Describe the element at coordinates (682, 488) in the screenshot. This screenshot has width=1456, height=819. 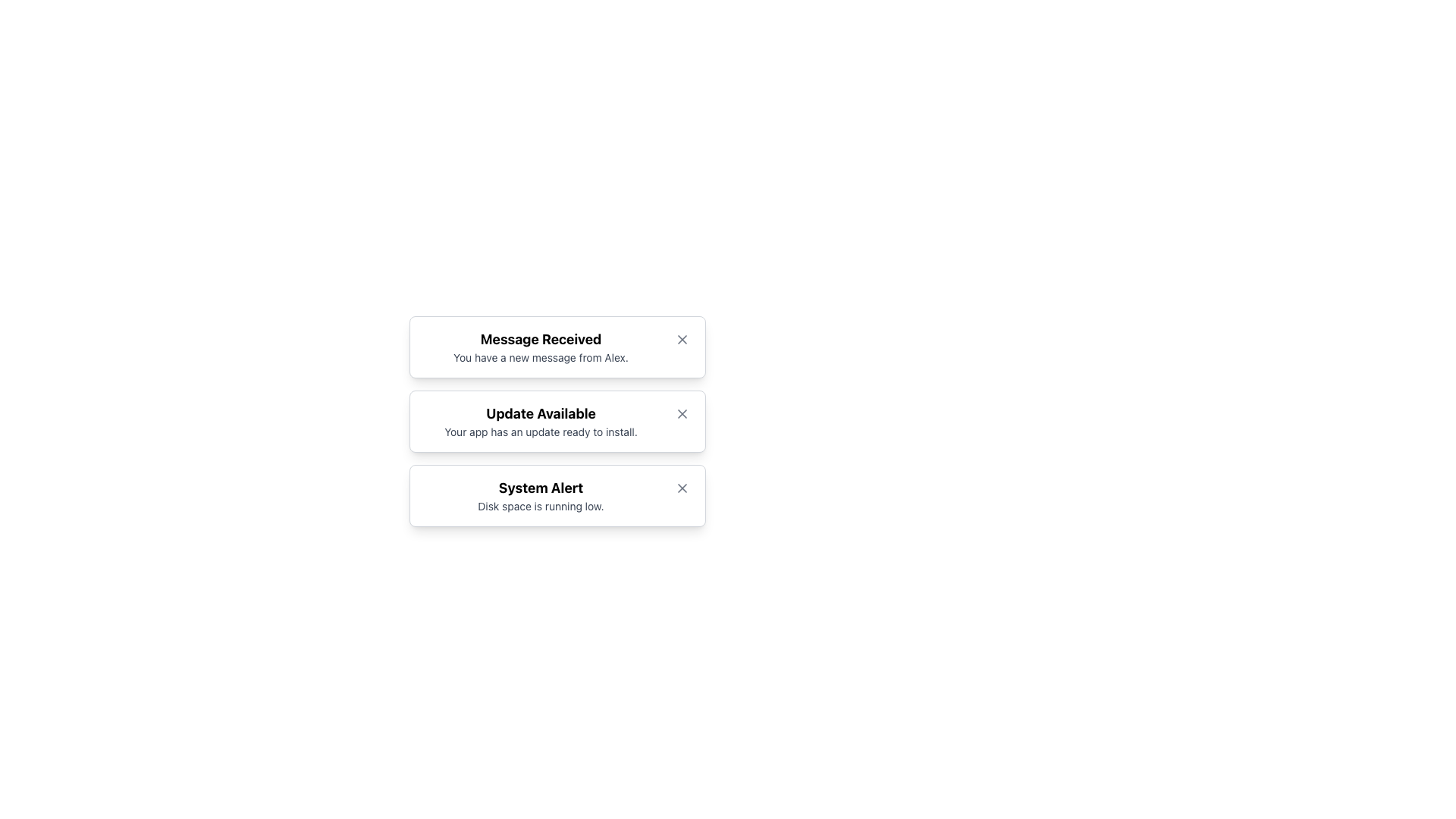
I see `the close button located in the top-right corner of the third notification card labeled 'System Alert' to interact` at that location.